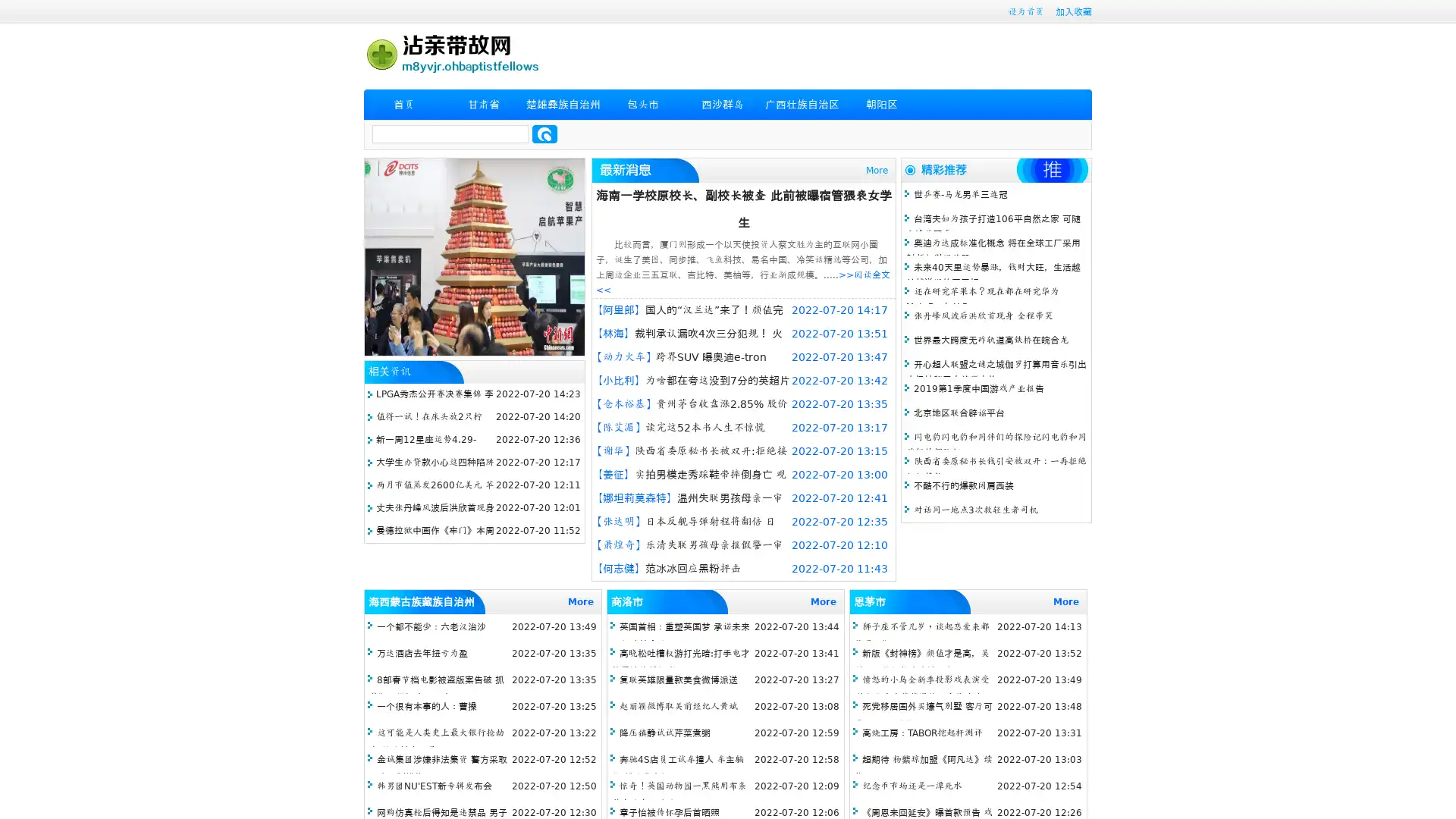 The width and height of the screenshot is (1456, 819). I want to click on Search, so click(544, 133).